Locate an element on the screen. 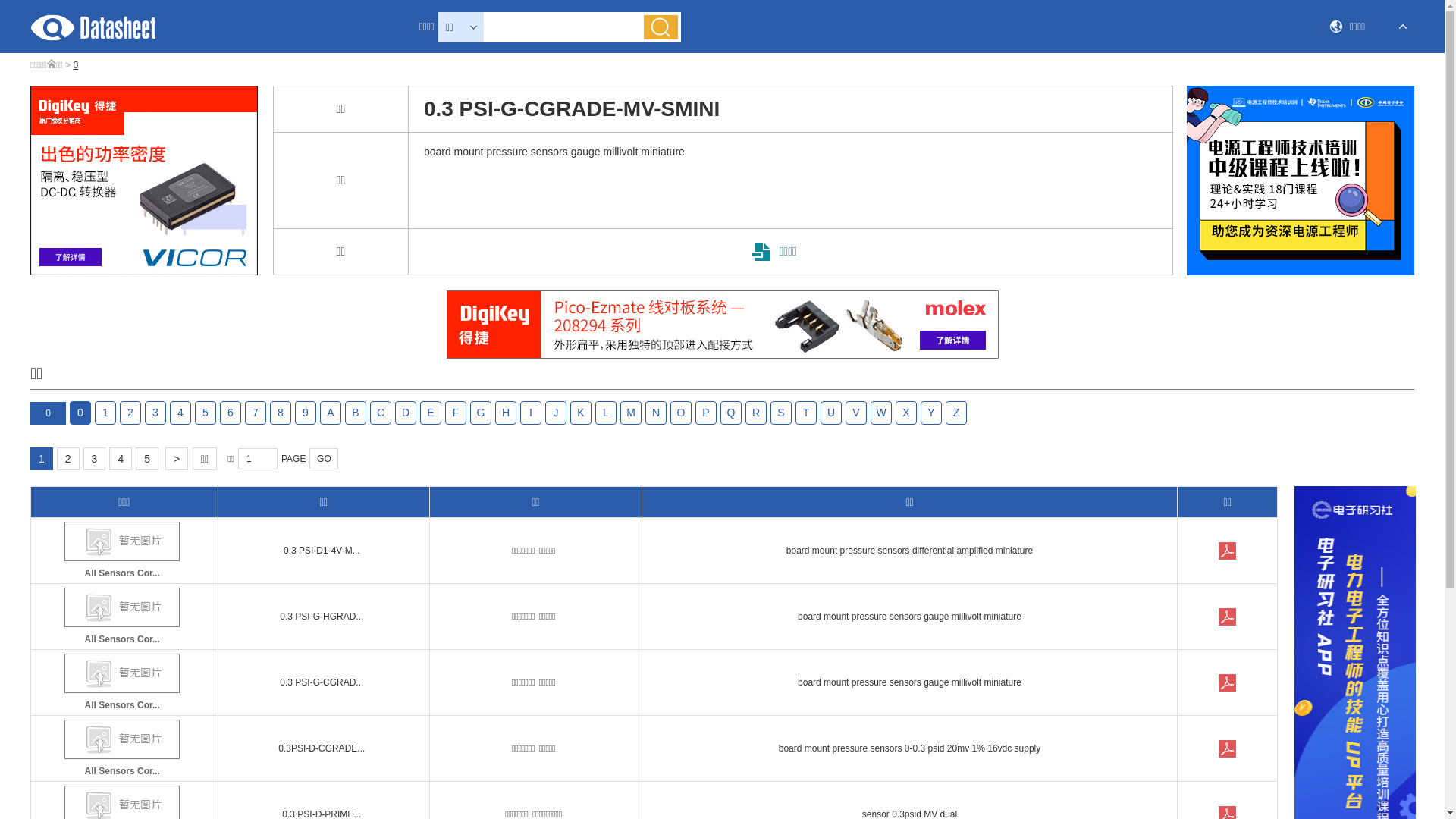 The image size is (1456, 819). 'U' is located at coordinates (830, 413).